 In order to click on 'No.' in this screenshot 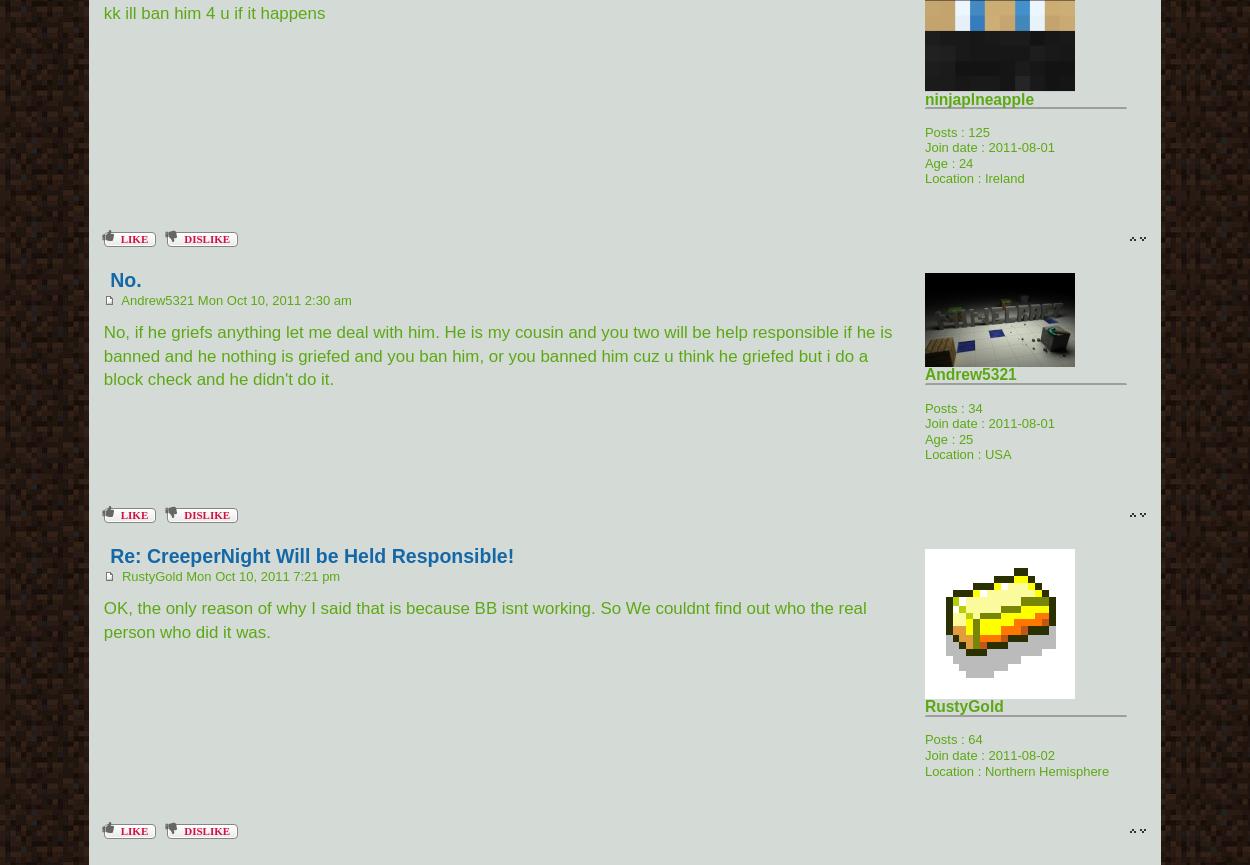, I will do `click(125, 279)`.